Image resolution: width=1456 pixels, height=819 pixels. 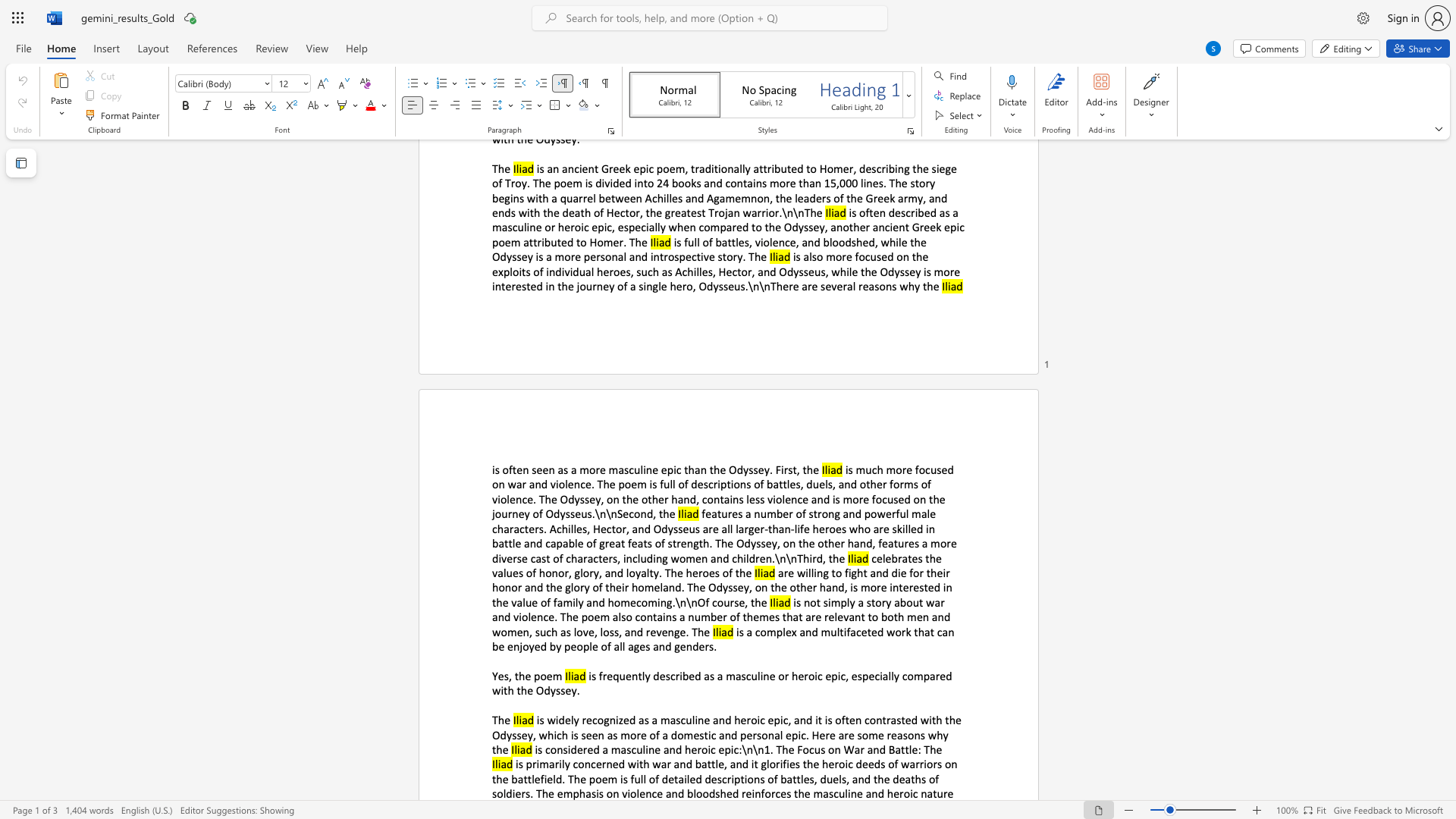 What do you see at coordinates (897, 558) in the screenshot?
I see `the subset text "rates the values of honor, glory, and loy" within the text "celebrates the values of honor, glory, and loyalty. The heroes of the"` at bounding box center [897, 558].